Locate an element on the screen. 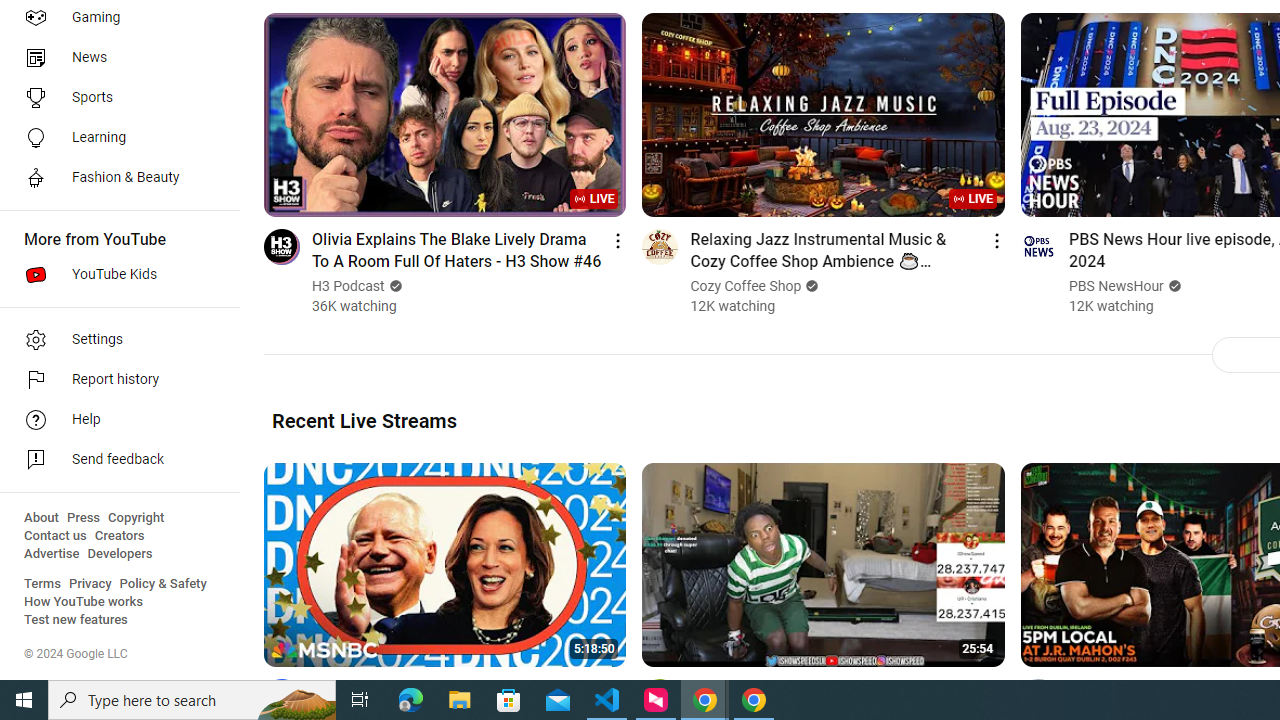 This screenshot has height=720, width=1280. 'Creators' is located at coordinates (118, 535).